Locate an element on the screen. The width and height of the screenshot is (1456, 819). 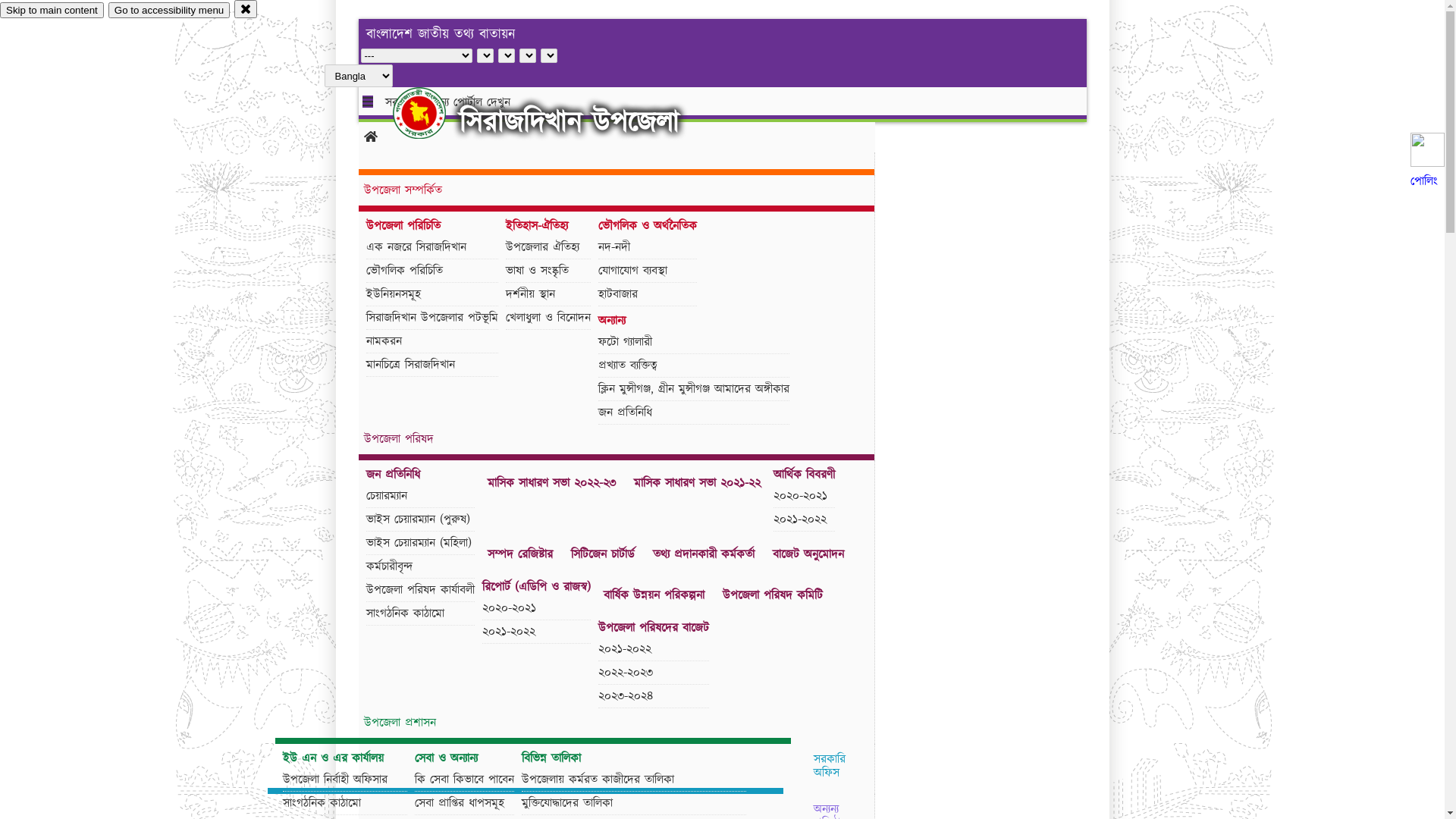
'Go to accessibility menu' is located at coordinates (168, 10).